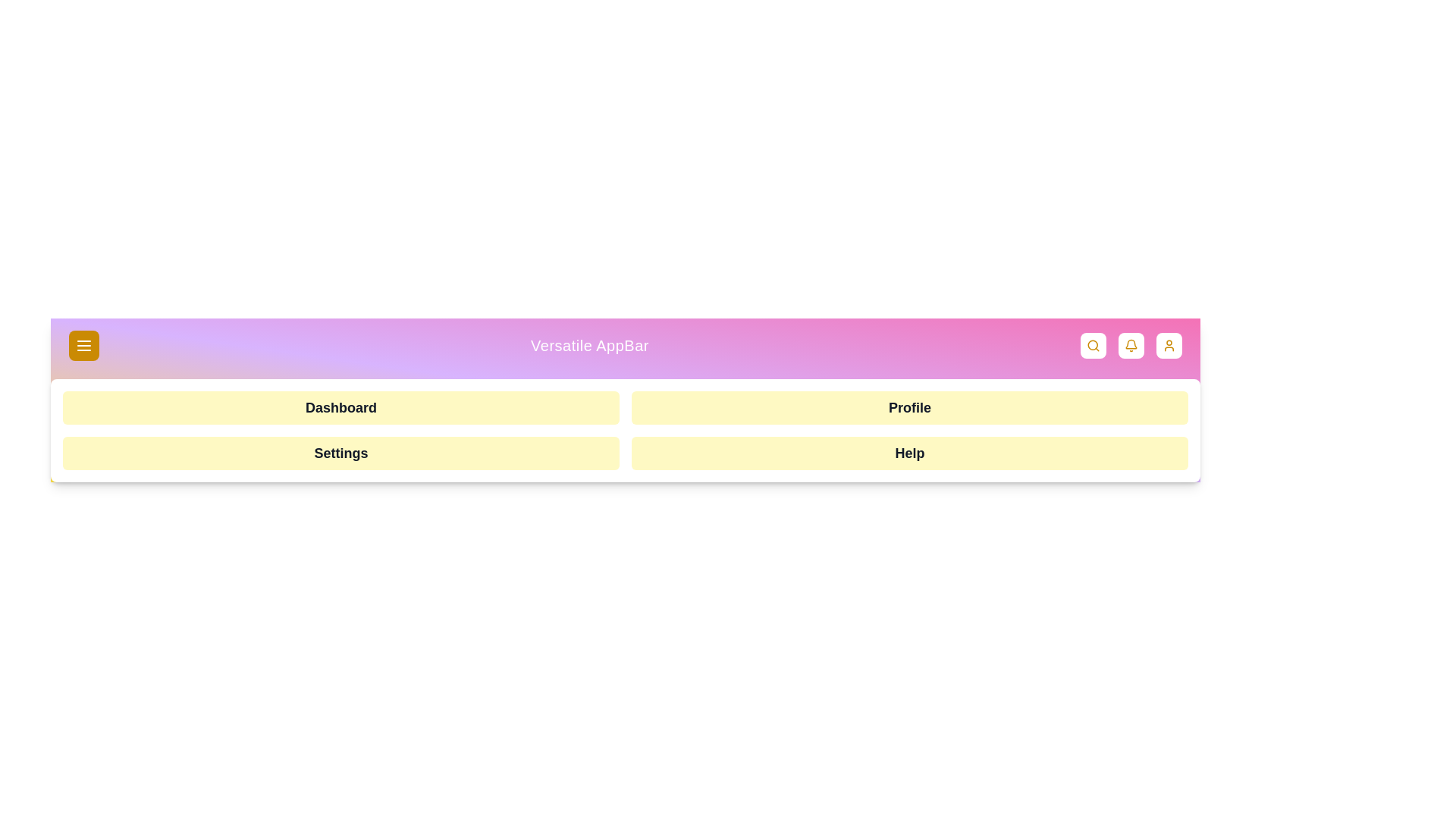 Image resolution: width=1456 pixels, height=819 pixels. I want to click on the menu toggle button to toggle the menu open/close state, so click(83, 345).